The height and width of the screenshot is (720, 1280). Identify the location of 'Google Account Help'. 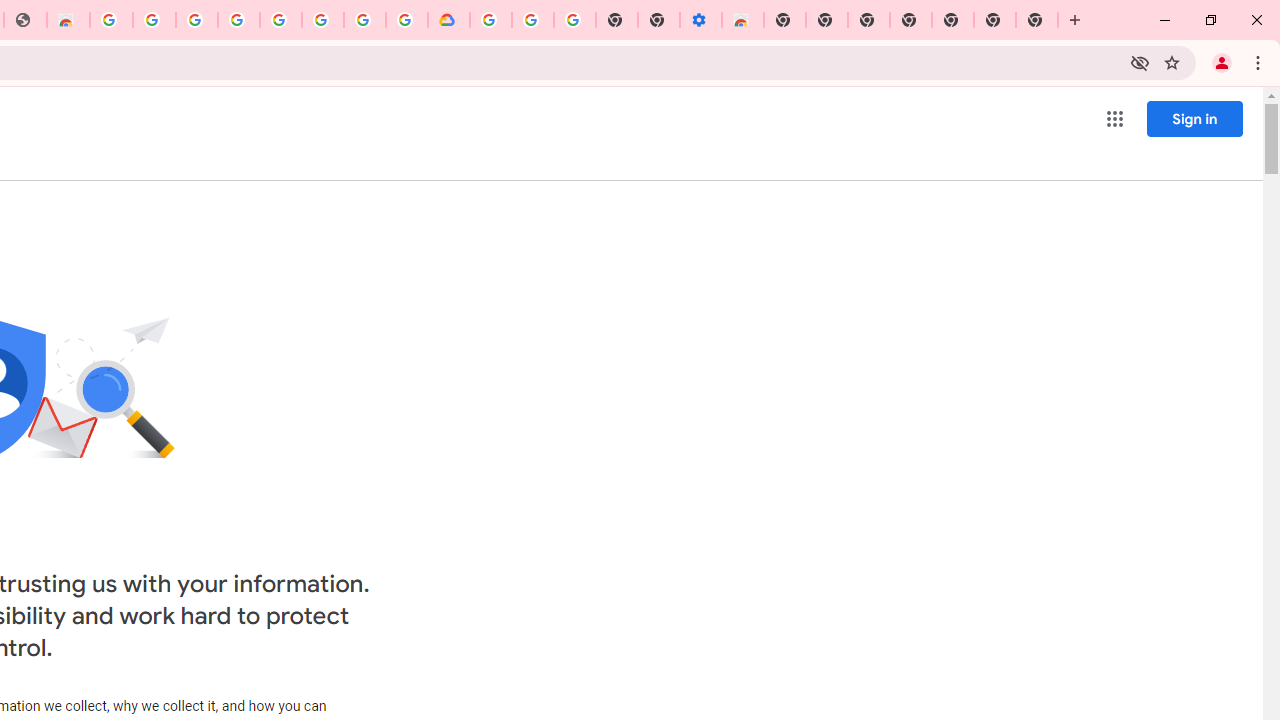
(533, 20).